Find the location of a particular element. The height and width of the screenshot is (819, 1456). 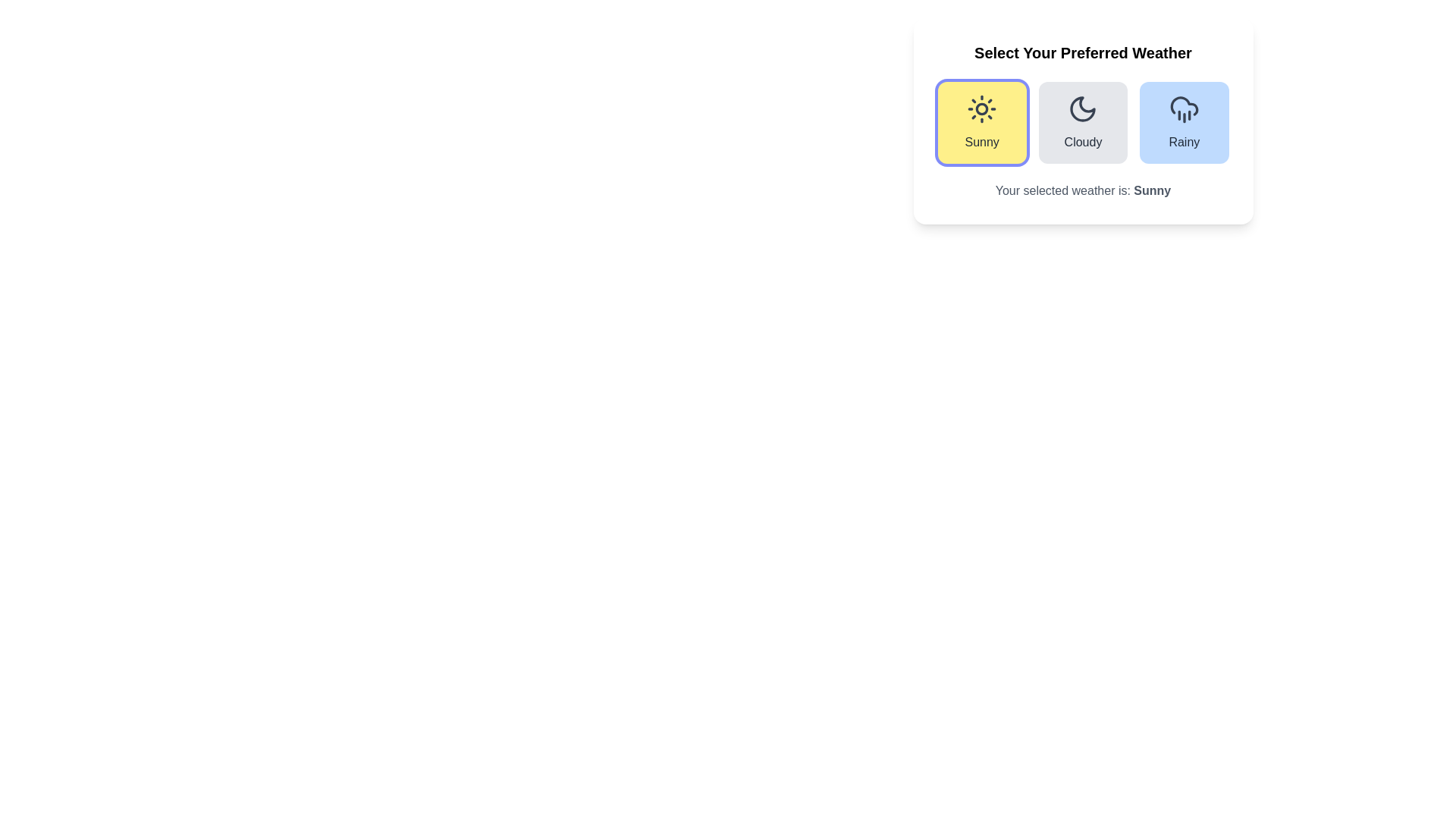

the text label displaying 'Cloudy' in gray color, located under the crescent moon icon within the second weather card is located at coordinates (1082, 143).